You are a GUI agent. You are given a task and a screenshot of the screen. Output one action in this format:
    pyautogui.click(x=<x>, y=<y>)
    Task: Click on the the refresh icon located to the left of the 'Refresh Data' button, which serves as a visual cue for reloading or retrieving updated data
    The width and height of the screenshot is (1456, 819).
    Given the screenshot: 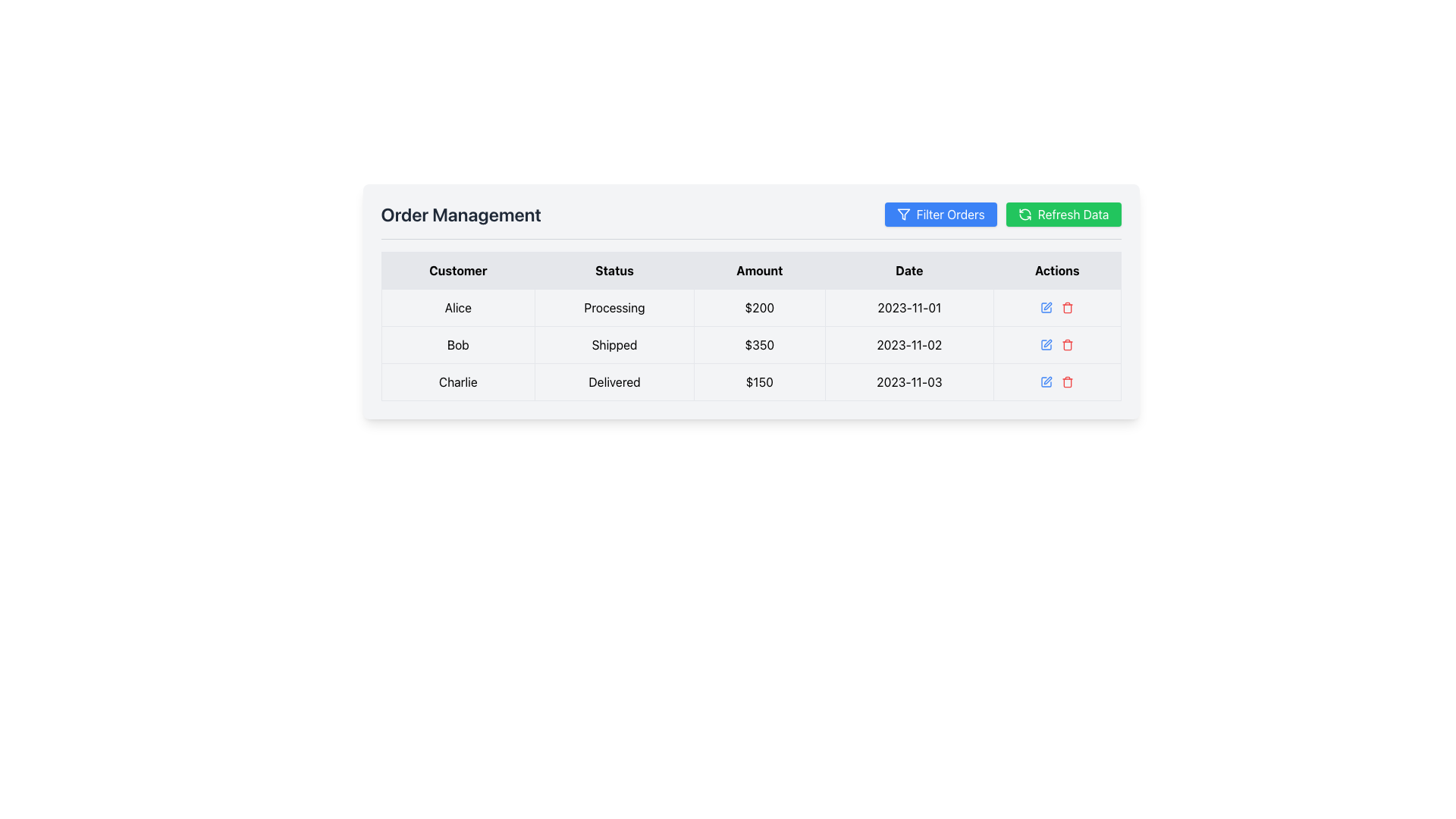 What is the action you would take?
    pyautogui.click(x=1025, y=214)
    